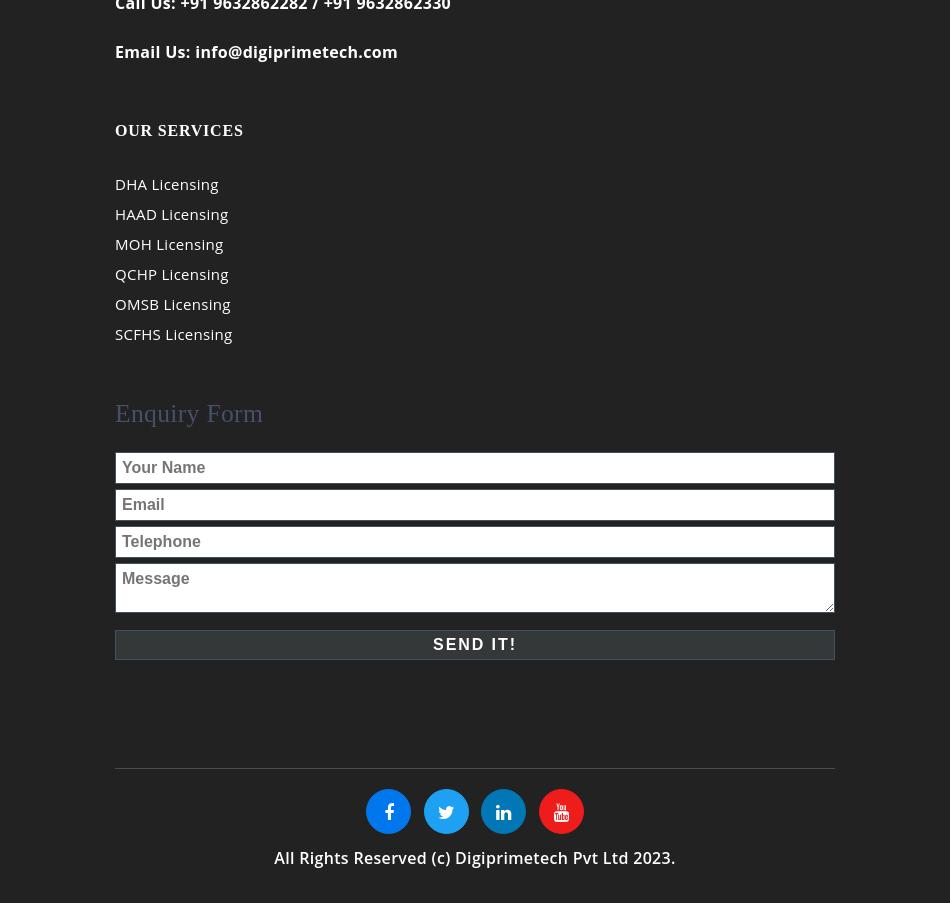  I want to click on 'MOH Licensing', so click(169, 256).